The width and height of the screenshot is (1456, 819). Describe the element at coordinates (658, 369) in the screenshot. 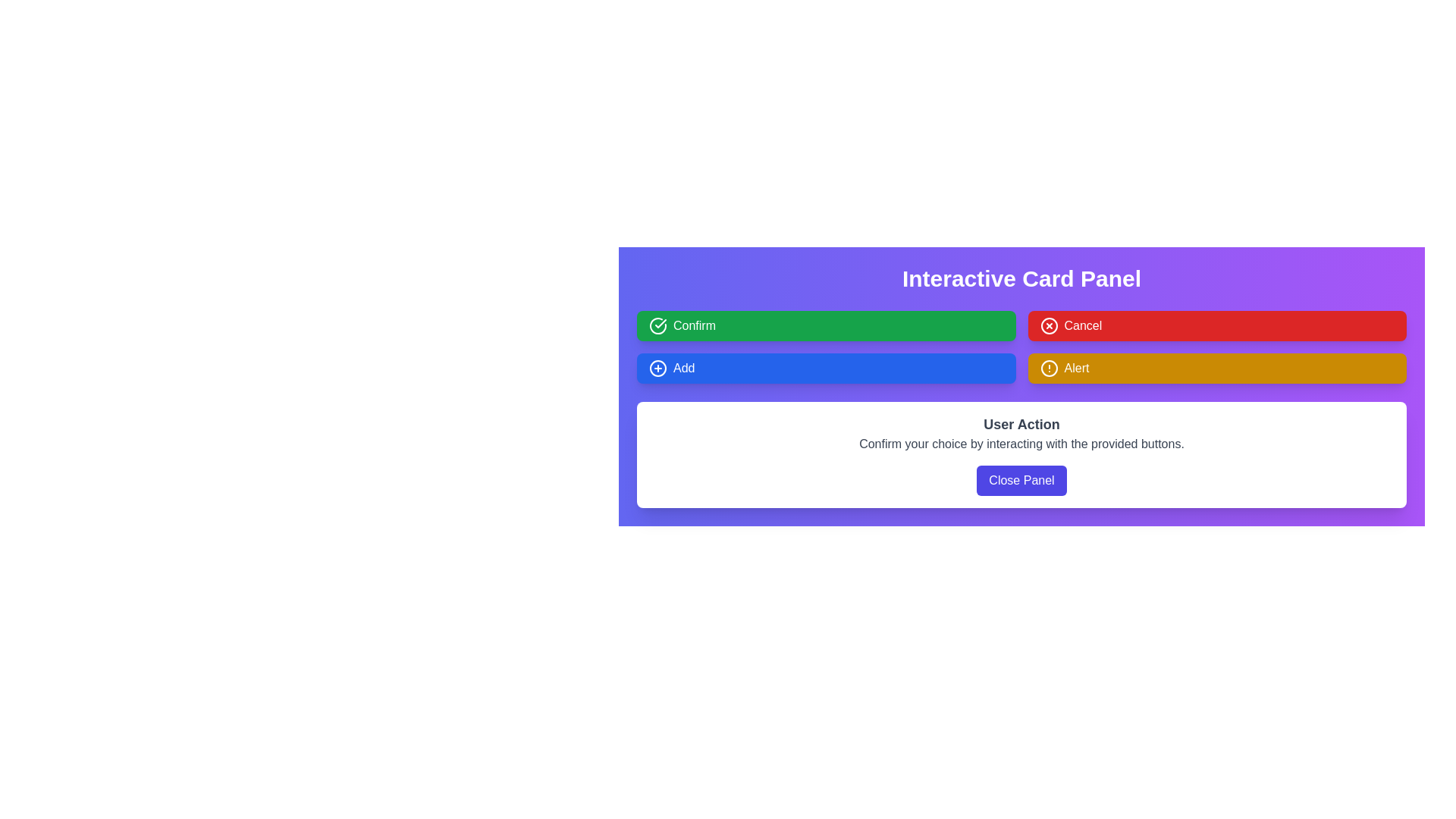

I see `the circular icon within the interactive button that indicates an 'Add' action` at that location.